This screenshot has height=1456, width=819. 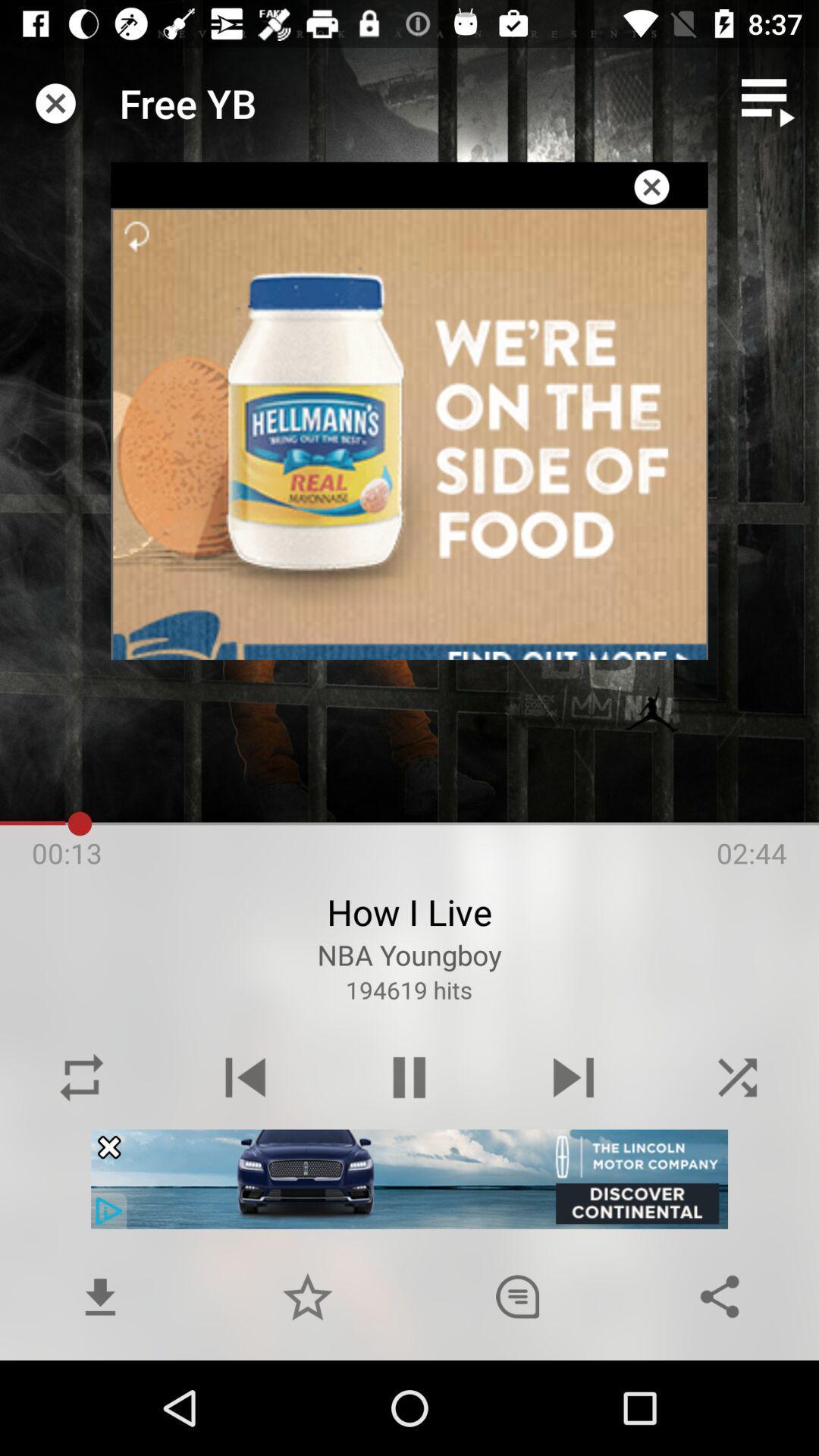 I want to click on play list, so click(x=768, y=103).